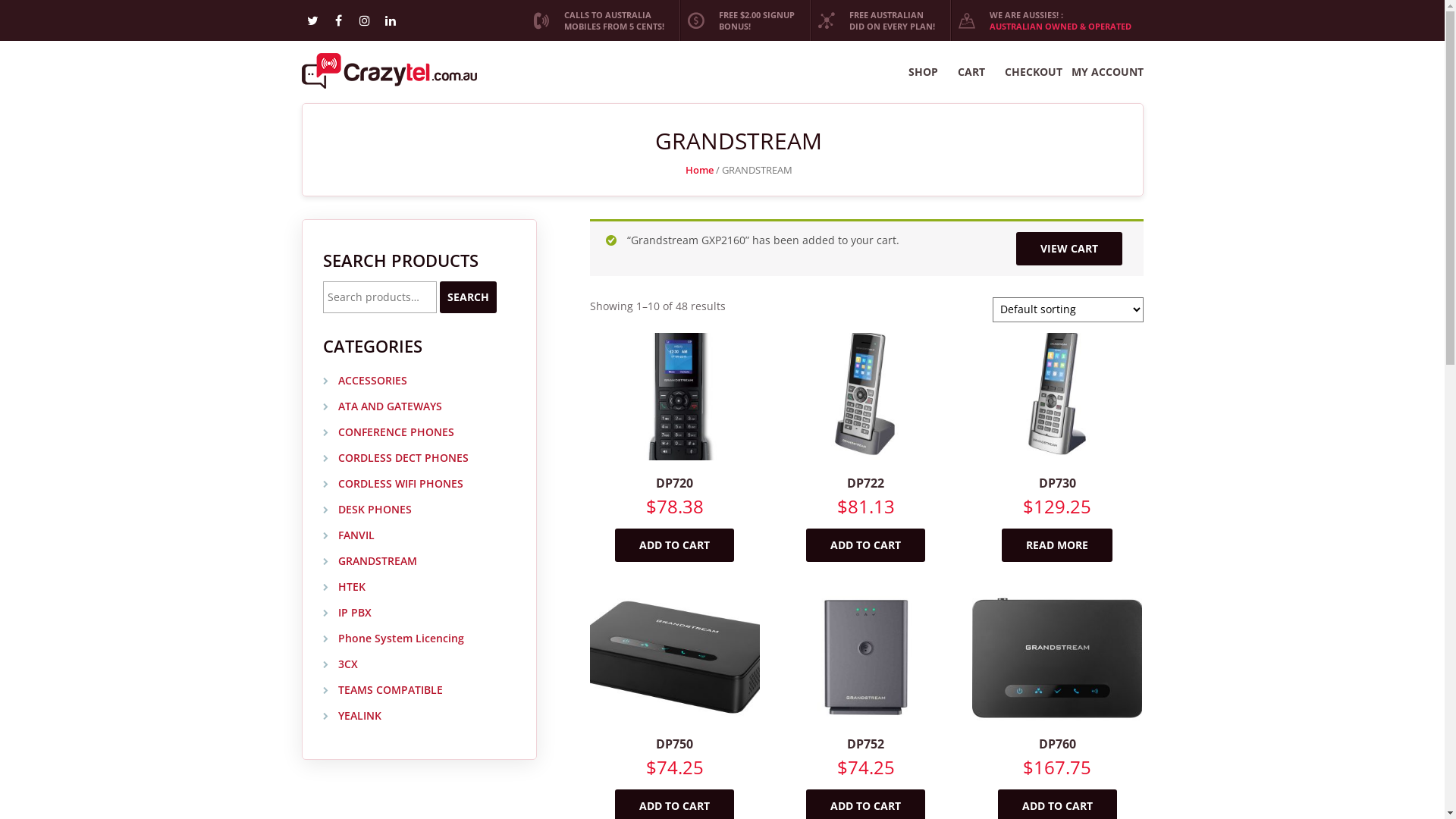 The height and width of the screenshot is (819, 1456). Describe the element at coordinates (1032, 72) in the screenshot. I see `'CHECKOUT'` at that location.